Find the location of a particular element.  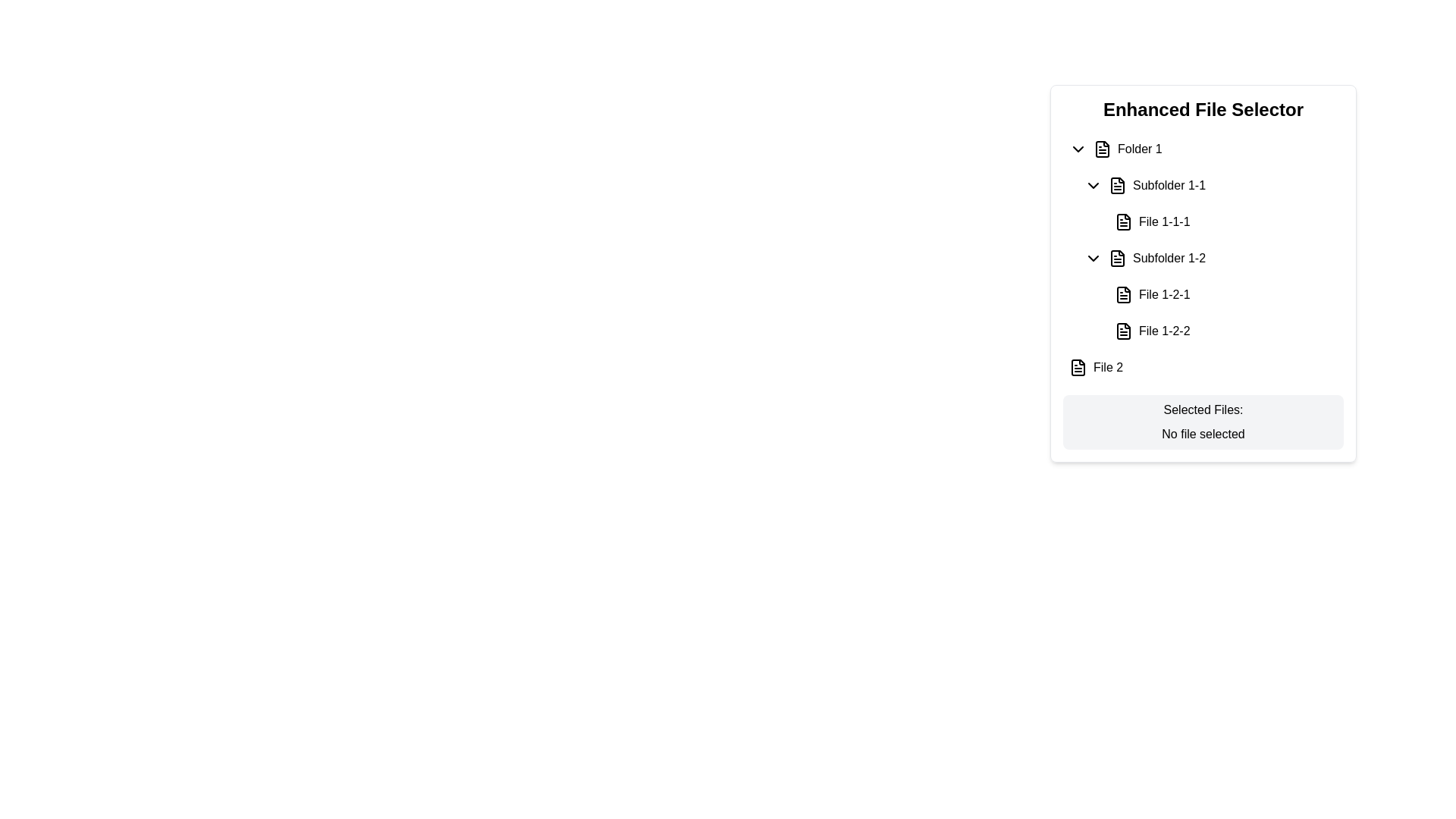

the list item representing the file named 'File 1-2-2' is located at coordinates (1226, 330).